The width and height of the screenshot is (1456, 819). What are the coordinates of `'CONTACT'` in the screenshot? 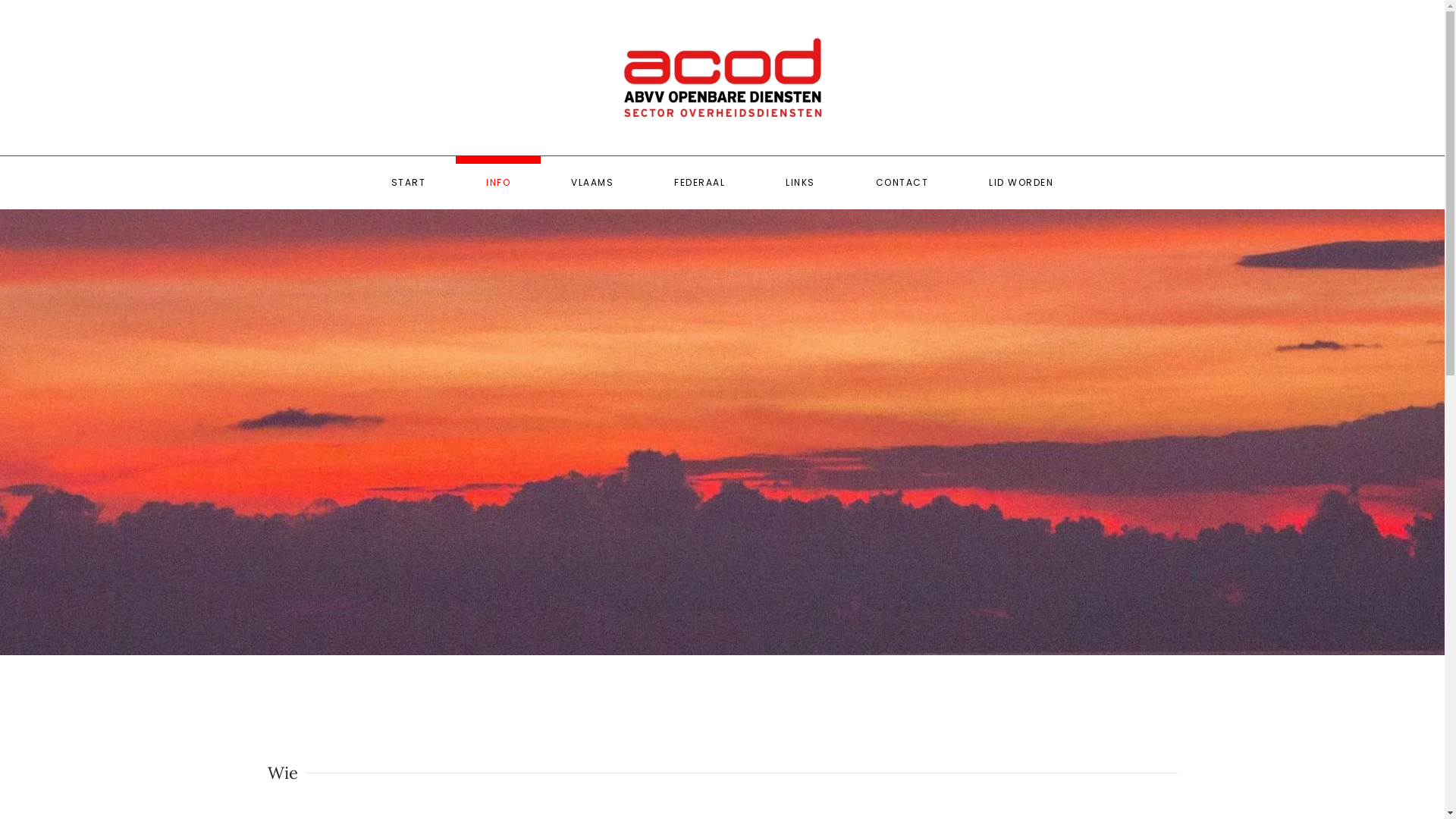 It's located at (844, 181).